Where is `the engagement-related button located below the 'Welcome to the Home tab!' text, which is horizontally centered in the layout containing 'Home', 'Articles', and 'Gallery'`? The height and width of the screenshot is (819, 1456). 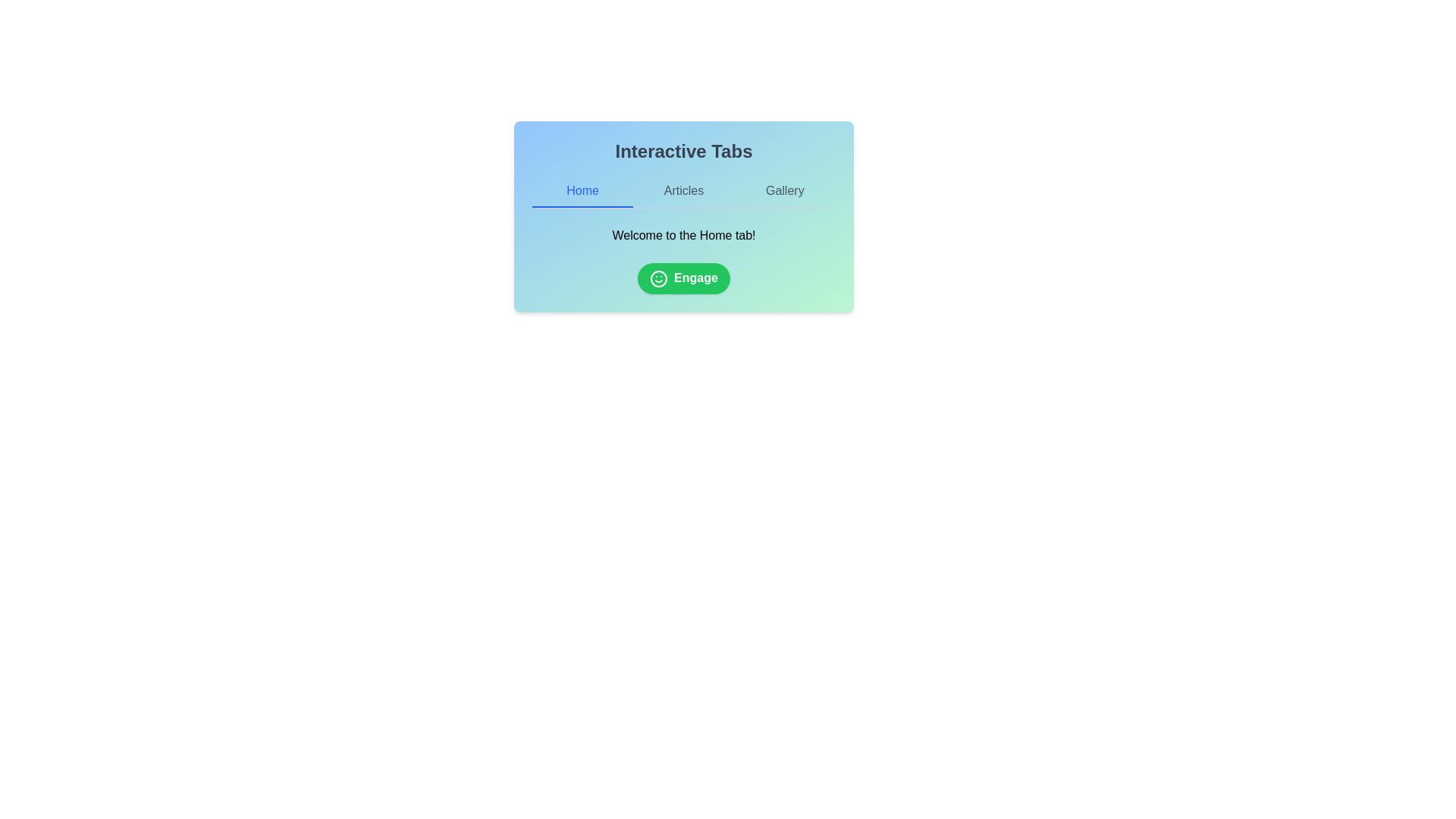 the engagement-related button located below the 'Welcome to the Home tab!' text, which is horizontally centered in the layout containing 'Home', 'Articles', and 'Gallery' is located at coordinates (683, 278).